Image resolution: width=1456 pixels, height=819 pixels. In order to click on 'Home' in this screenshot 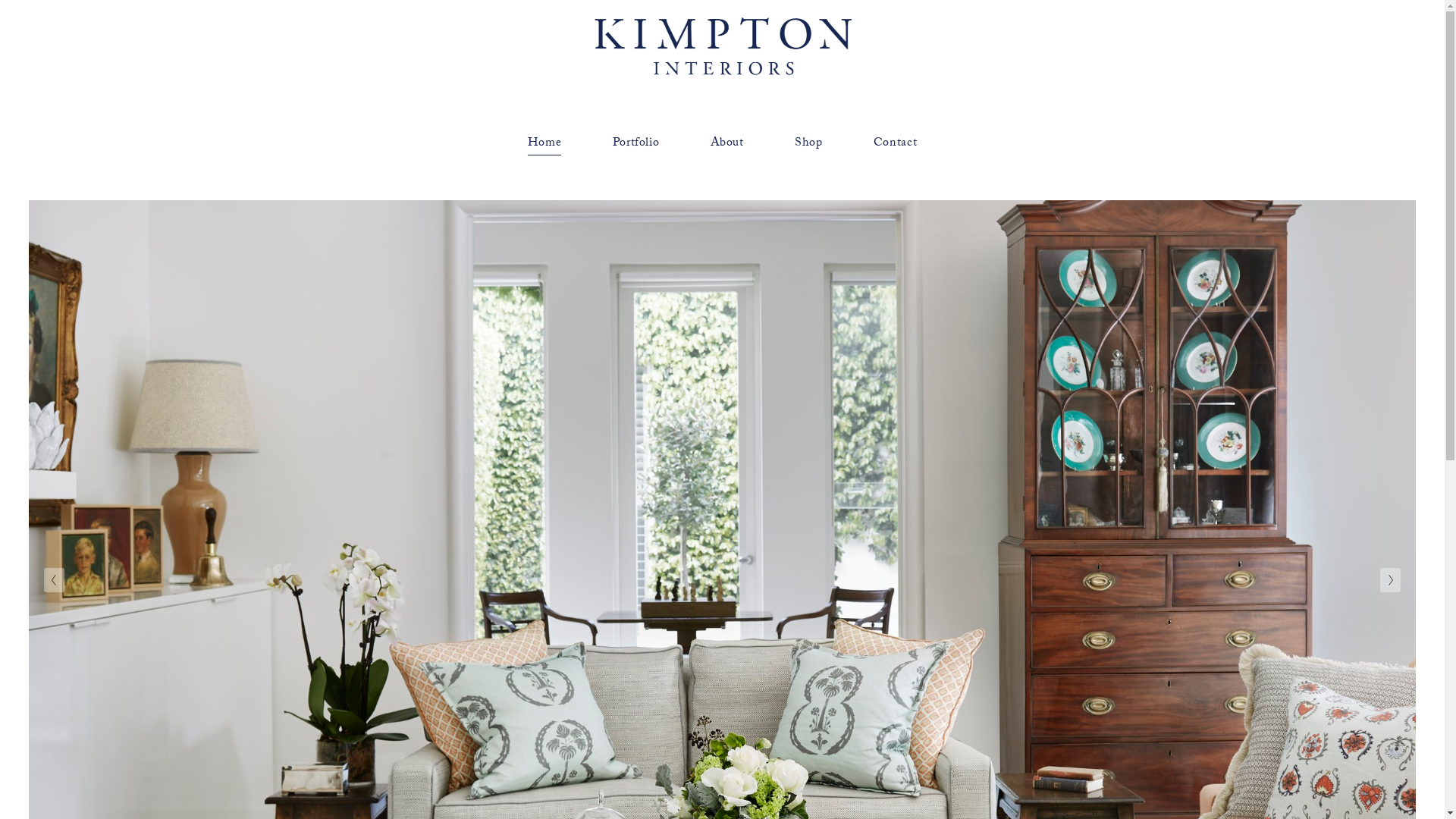, I will do `click(544, 143)`.